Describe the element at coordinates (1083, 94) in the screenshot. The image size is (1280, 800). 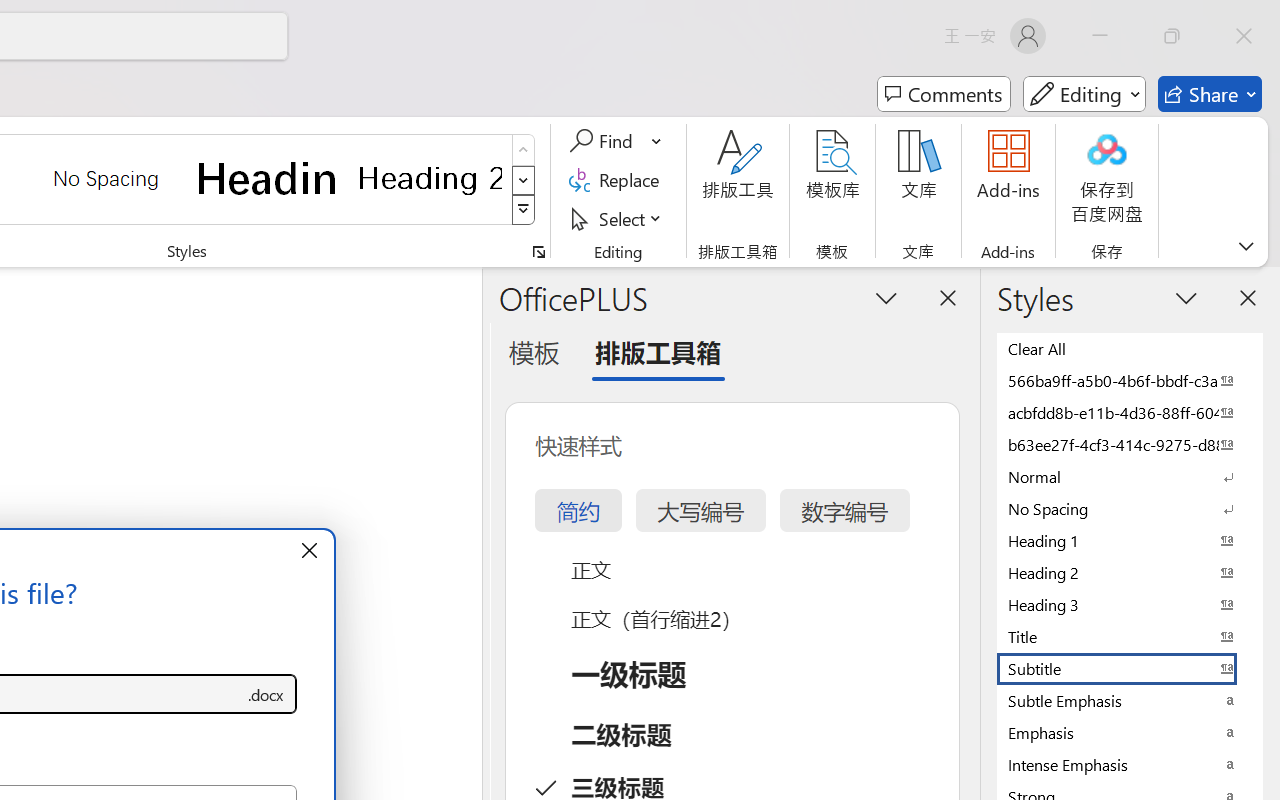
I see `'Mode'` at that location.